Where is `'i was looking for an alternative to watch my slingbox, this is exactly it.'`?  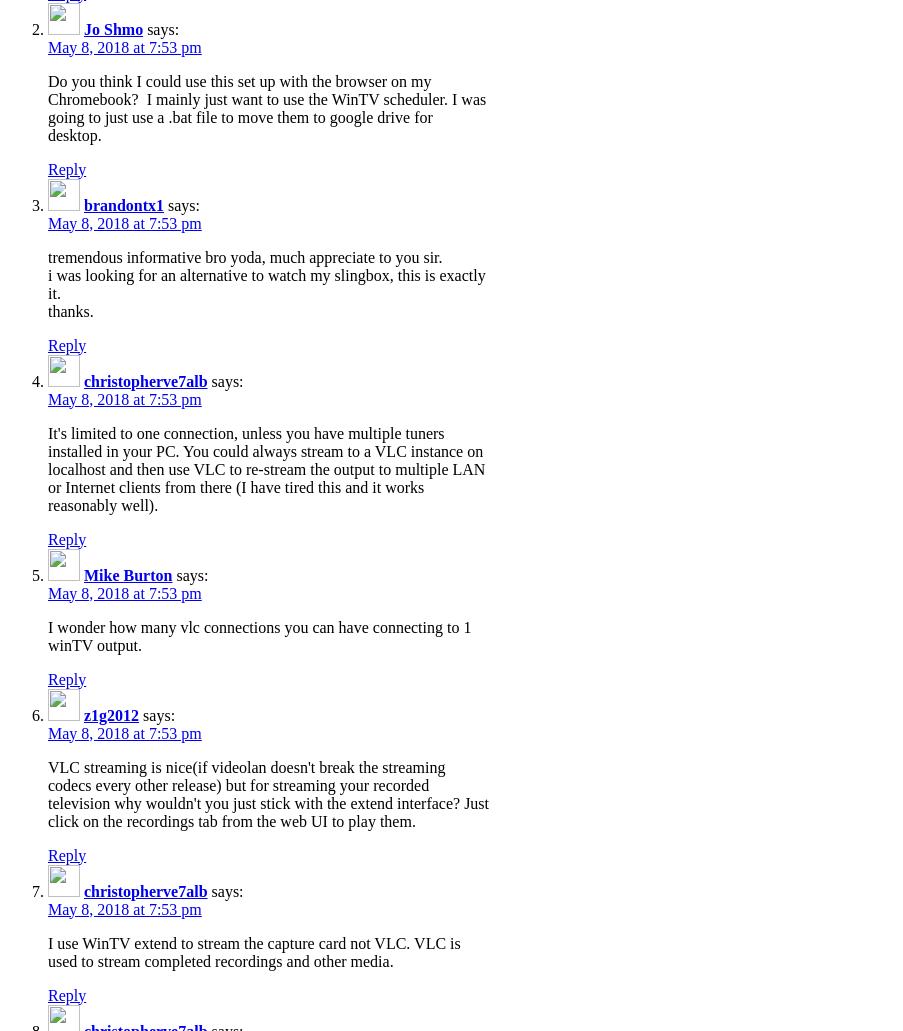 'i was looking for an alternative to watch my slingbox, this is exactly it.' is located at coordinates (265, 283).